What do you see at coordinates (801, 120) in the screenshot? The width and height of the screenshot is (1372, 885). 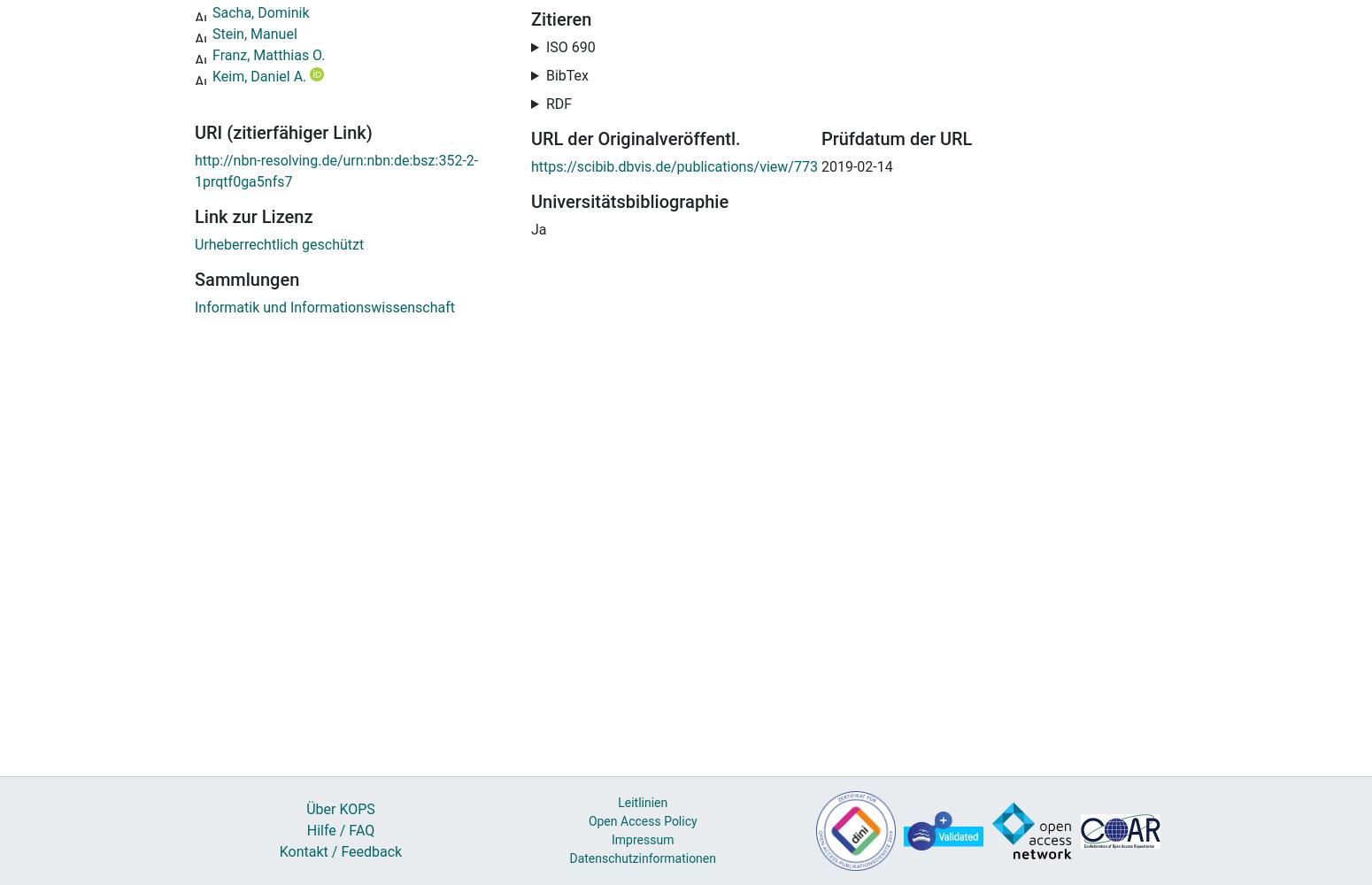 I see `'. Berlin, 22. Okt. 2018. In:'` at bounding box center [801, 120].